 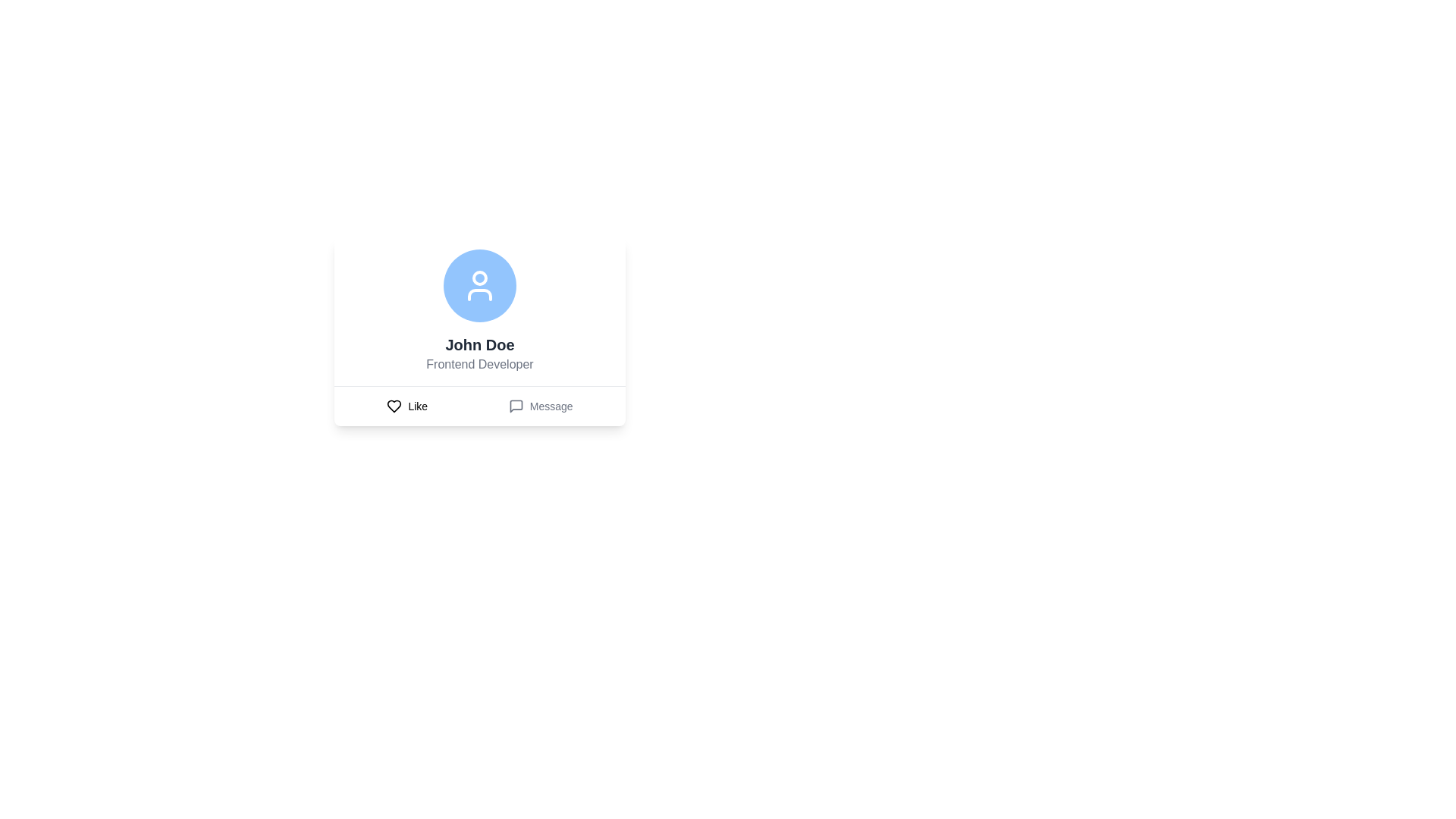 What do you see at coordinates (479, 331) in the screenshot?
I see `the user name` at bounding box center [479, 331].